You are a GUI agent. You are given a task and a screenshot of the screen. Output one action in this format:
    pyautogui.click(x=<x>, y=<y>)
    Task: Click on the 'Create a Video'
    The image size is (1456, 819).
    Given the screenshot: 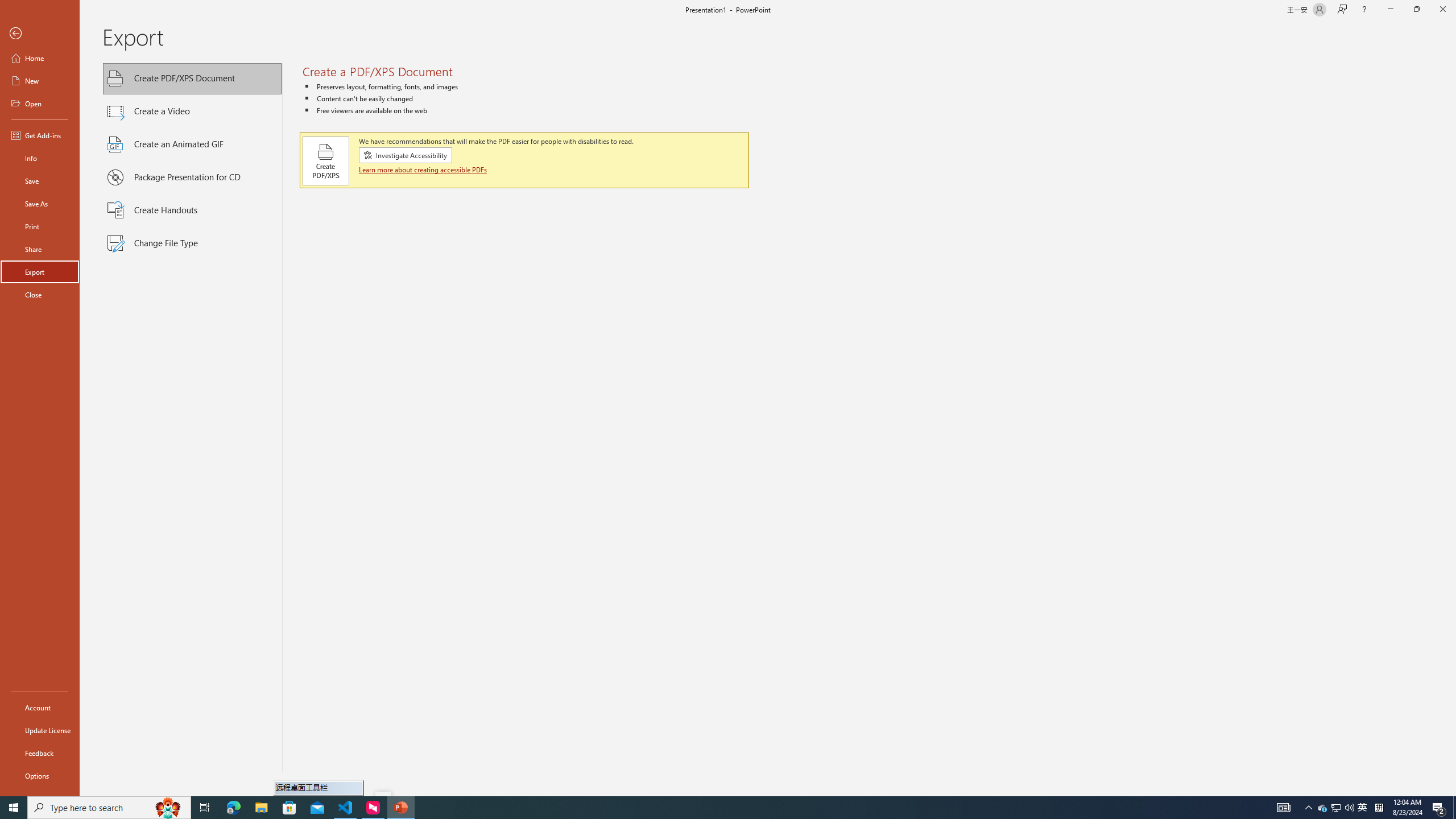 What is the action you would take?
    pyautogui.click(x=192, y=111)
    